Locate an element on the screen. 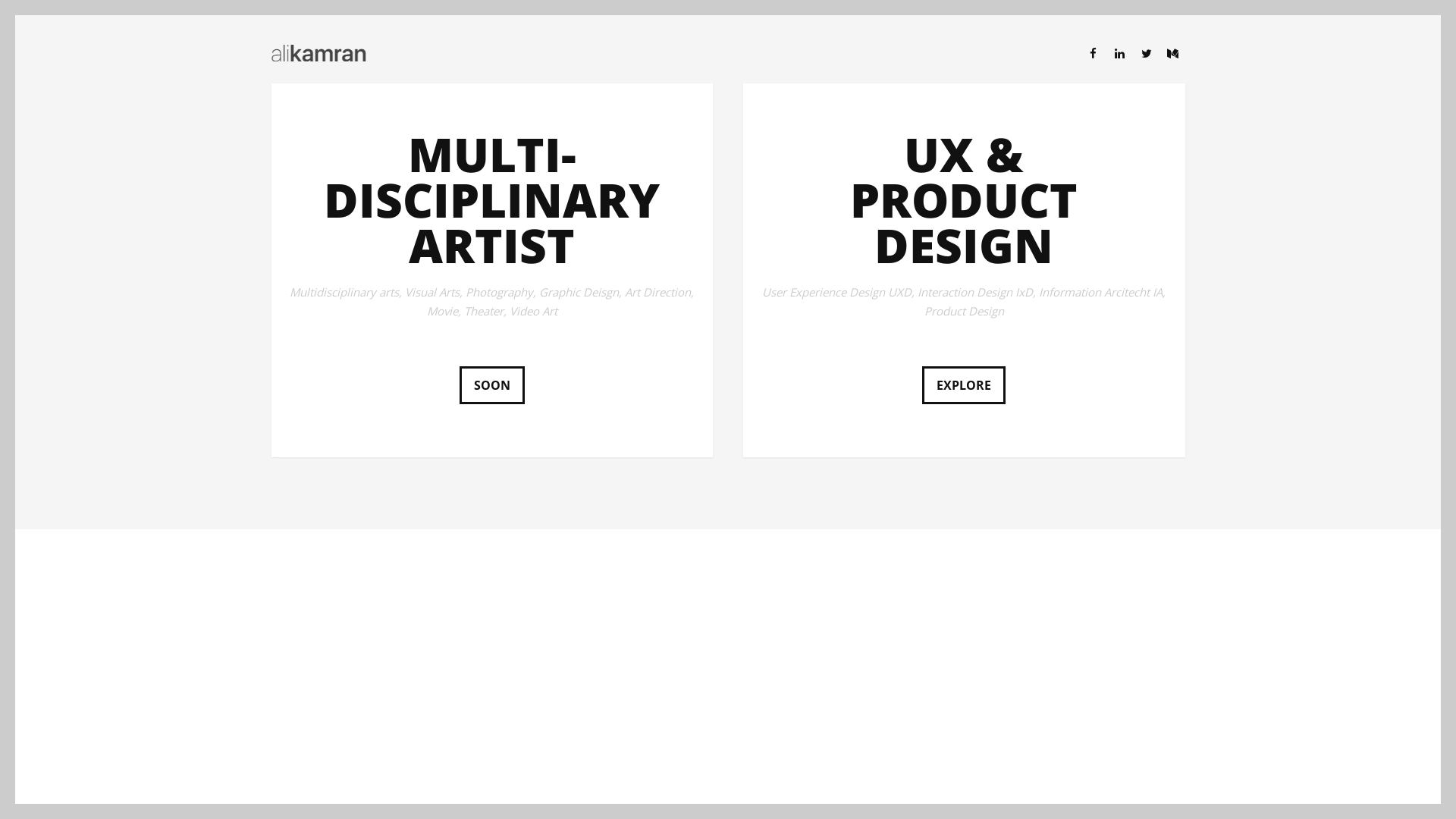  'Medium' is located at coordinates (1171, 52).